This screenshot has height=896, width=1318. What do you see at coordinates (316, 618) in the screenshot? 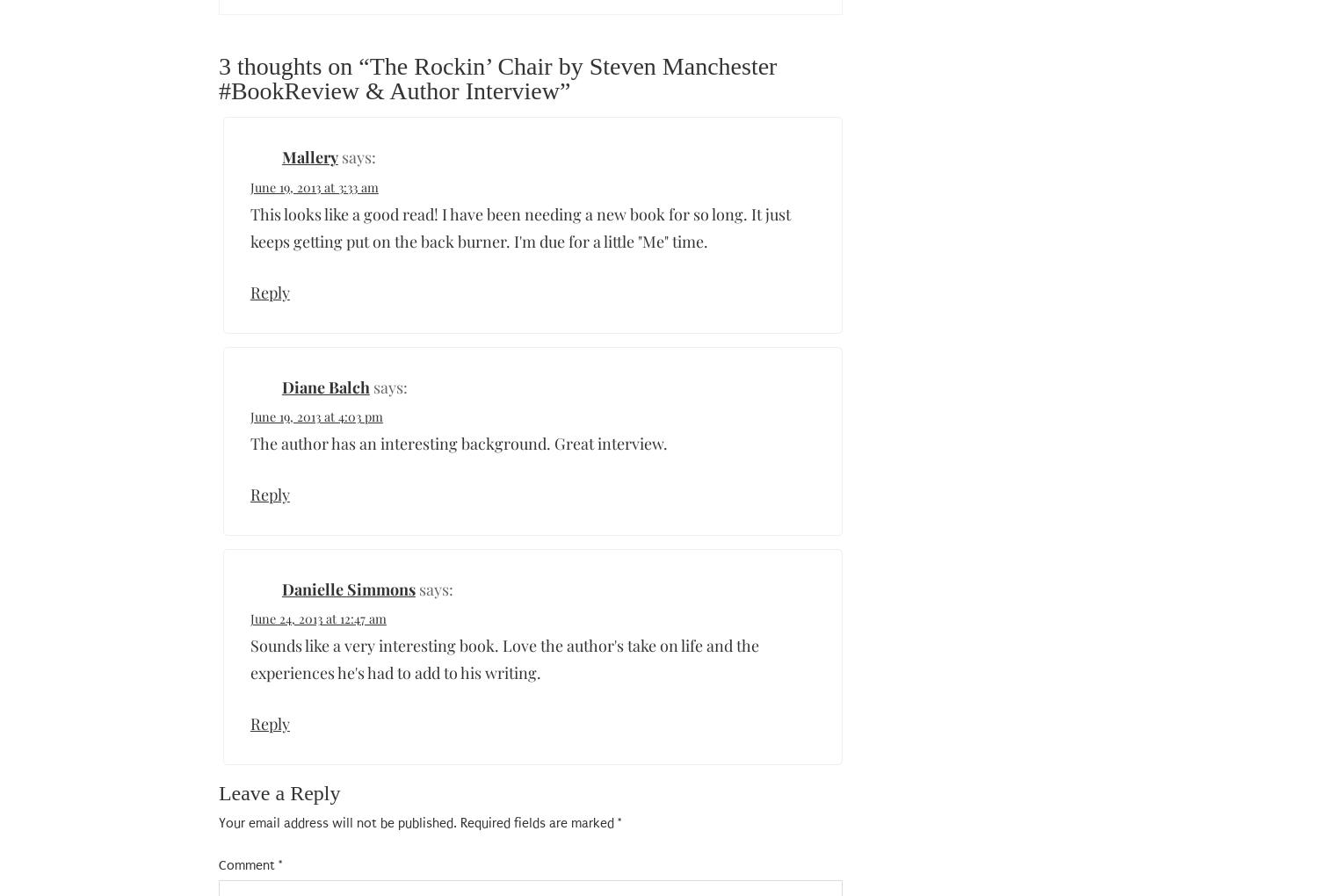
I see `'June 24, 2013 at 12:47 am'` at bounding box center [316, 618].